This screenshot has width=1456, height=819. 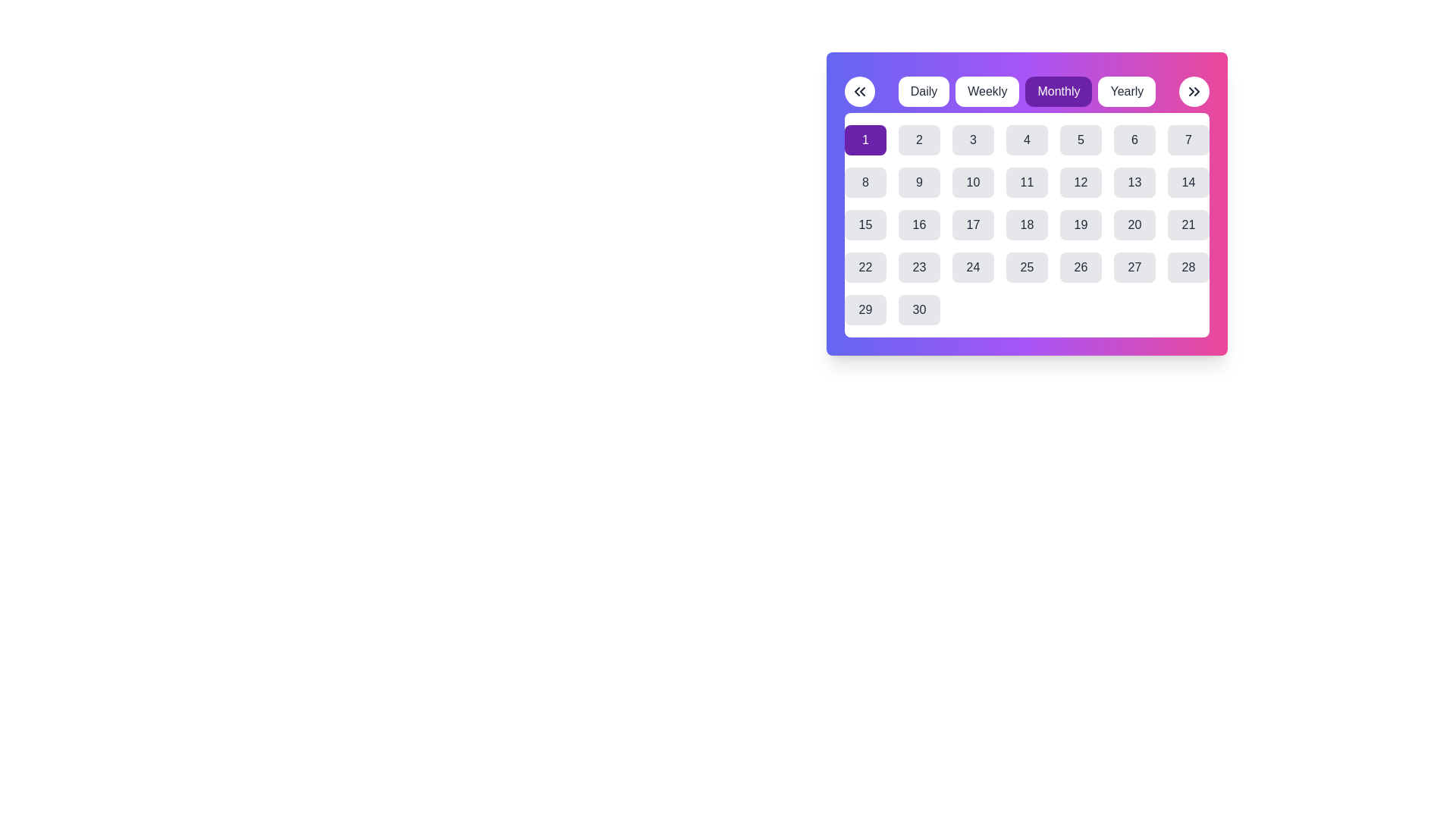 I want to click on the button marked '3' in the calendar interface, so click(x=973, y=140).